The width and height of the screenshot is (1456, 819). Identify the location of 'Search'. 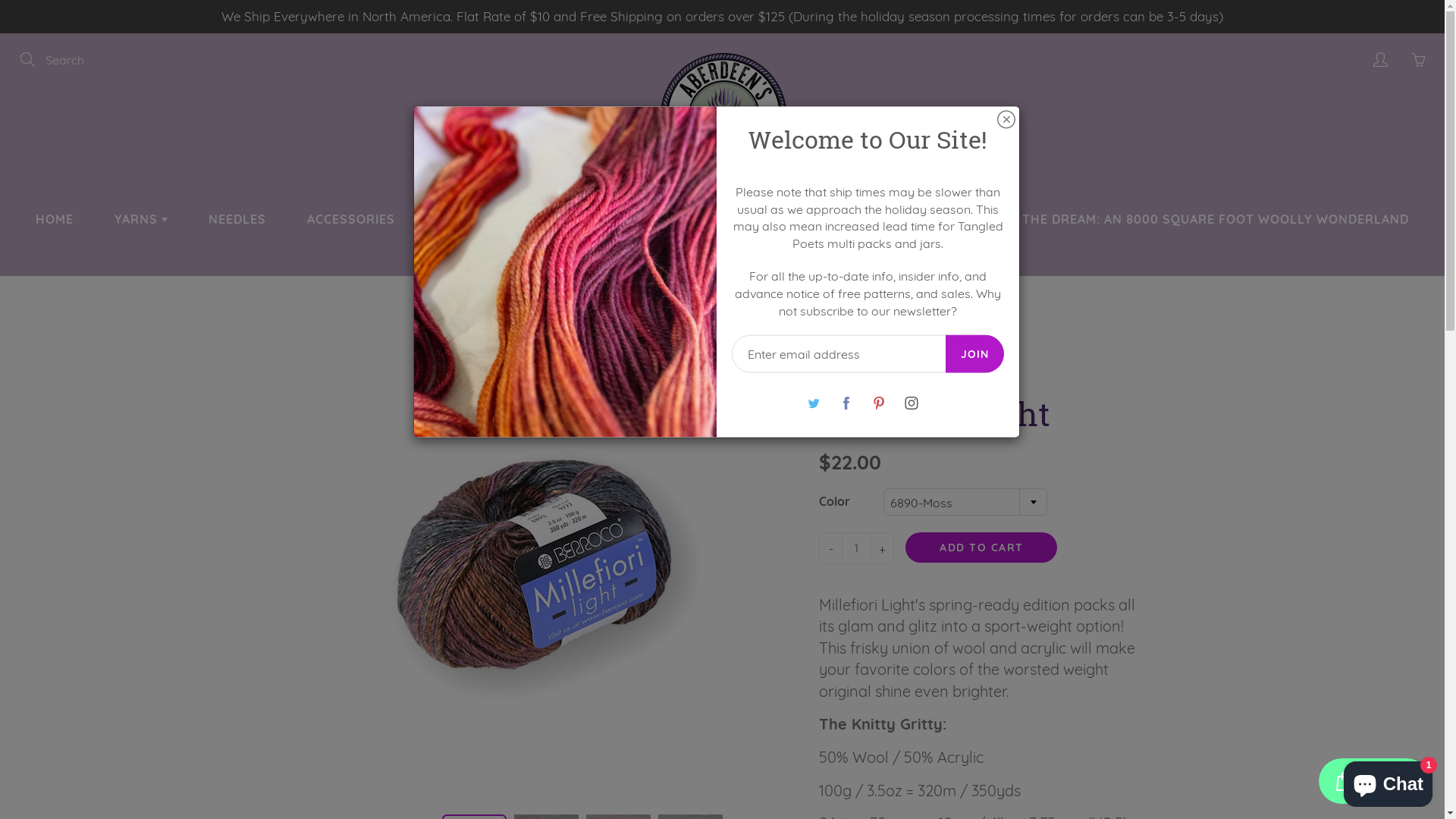
(28, 58).